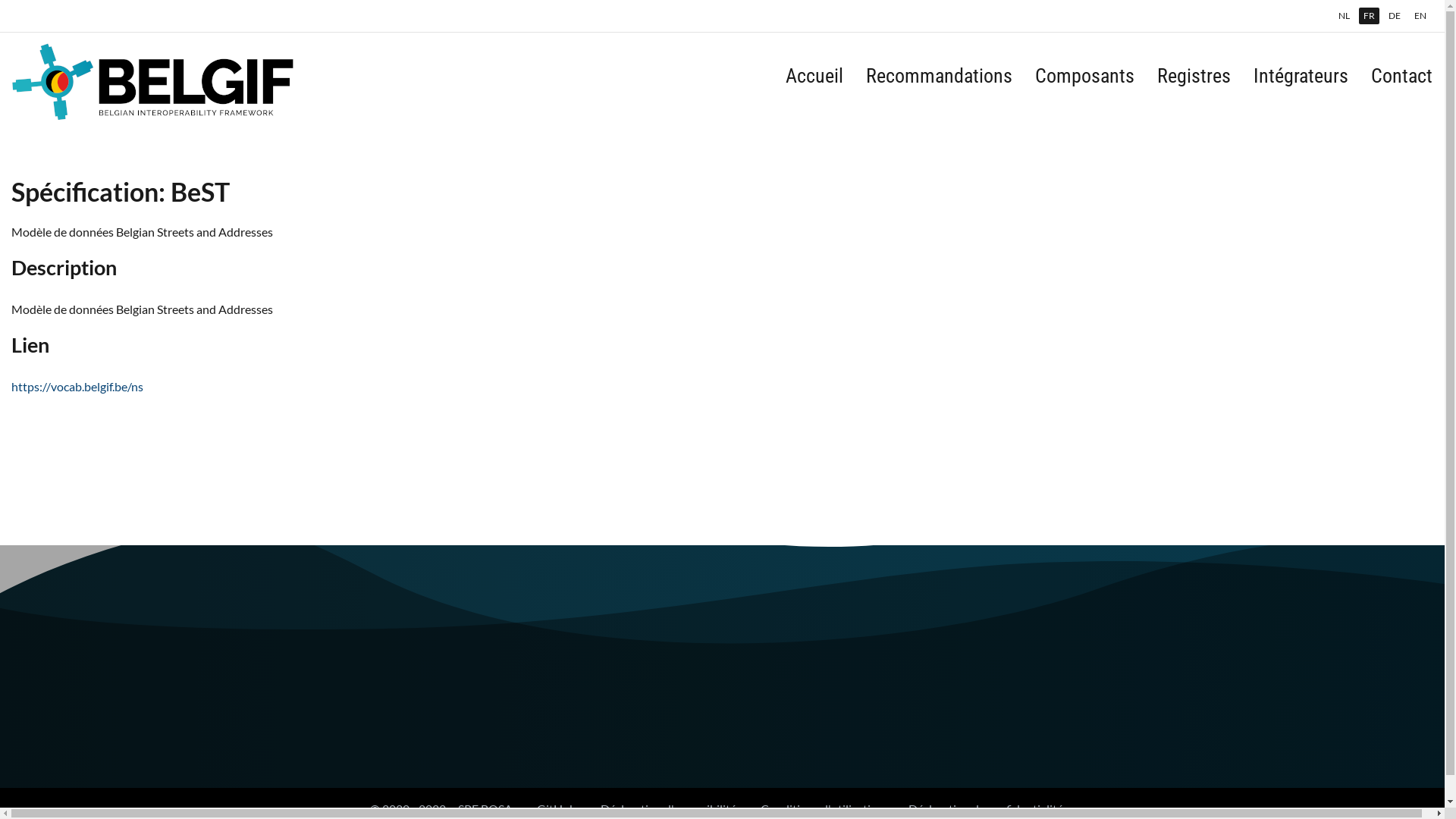  What do you see at coordinates (1394, 15) in the screenshot?
I see `'DE'` at bounding box center [1394, 15].